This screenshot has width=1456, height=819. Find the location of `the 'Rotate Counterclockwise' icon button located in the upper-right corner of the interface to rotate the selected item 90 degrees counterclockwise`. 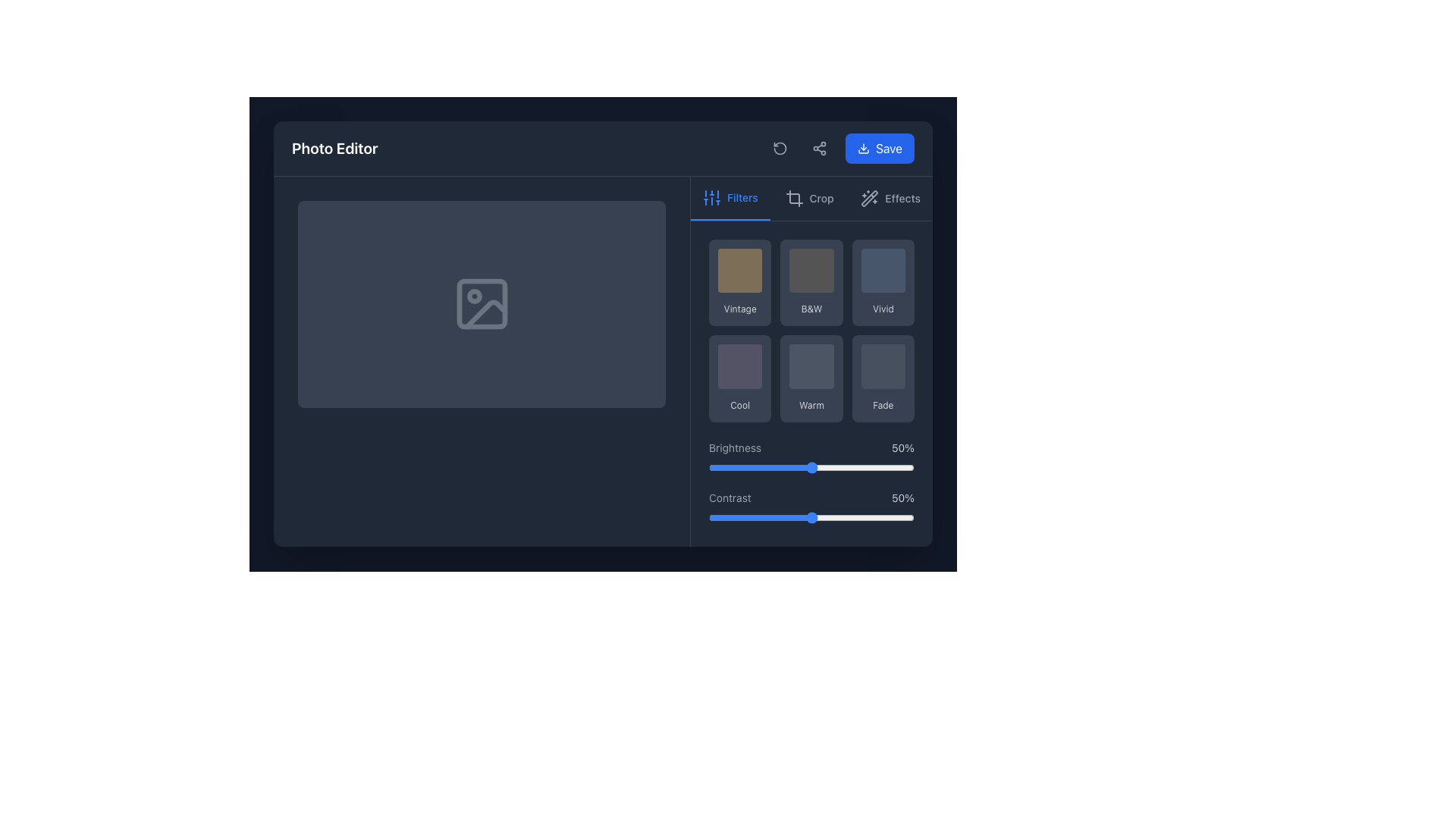

the 'Rotate Counterclockwise' icon button located in the upper-right corner of the interface to rotate the selected item 90 degrees counterclockwise is located at coordinates (780, 149).